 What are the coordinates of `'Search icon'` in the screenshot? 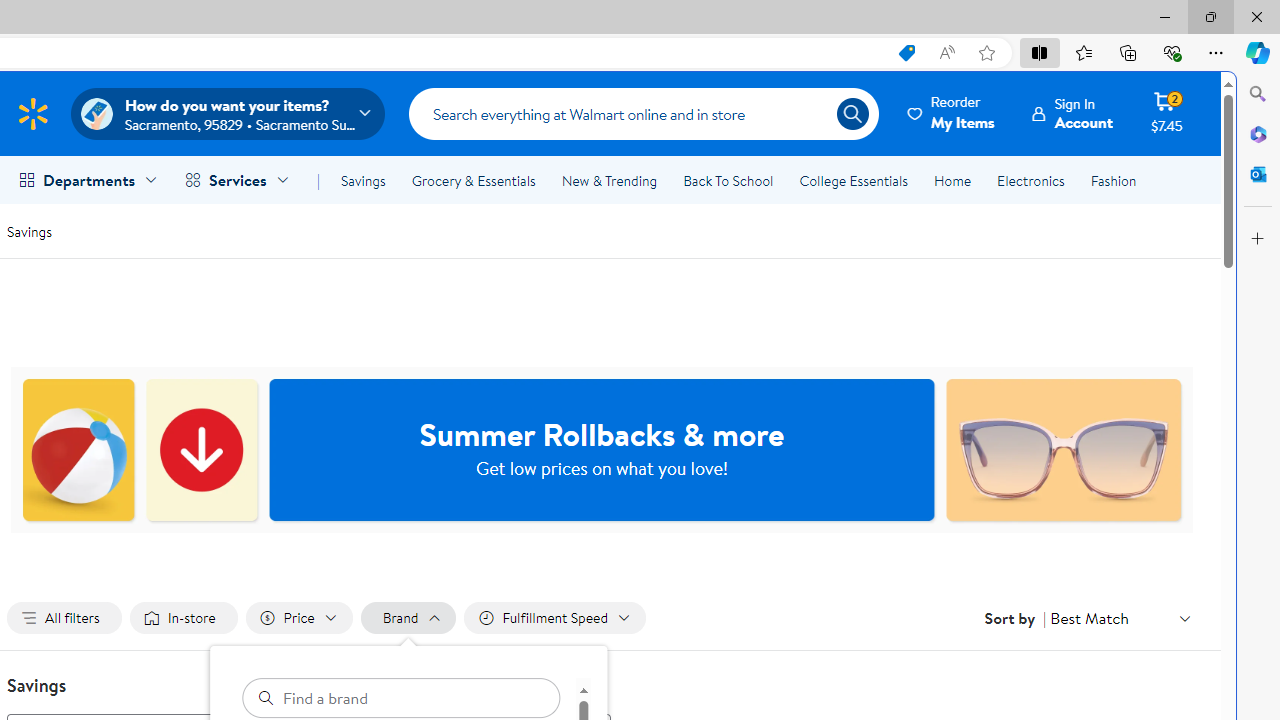 It's located at (852, 114).